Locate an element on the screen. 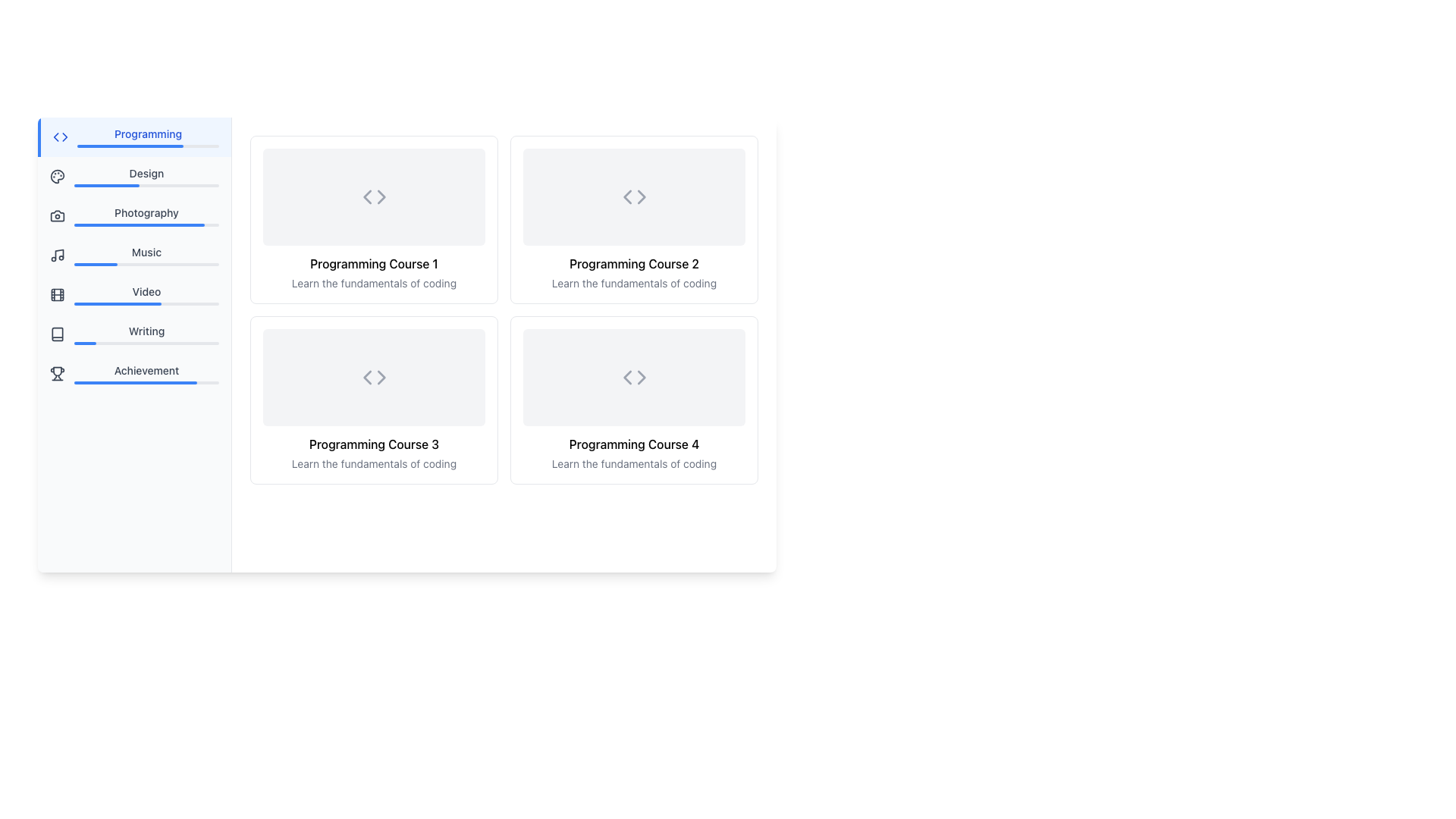 The width and height of the screenshot is (1456, 819). the progress bar is located at coordinates (143, 304).